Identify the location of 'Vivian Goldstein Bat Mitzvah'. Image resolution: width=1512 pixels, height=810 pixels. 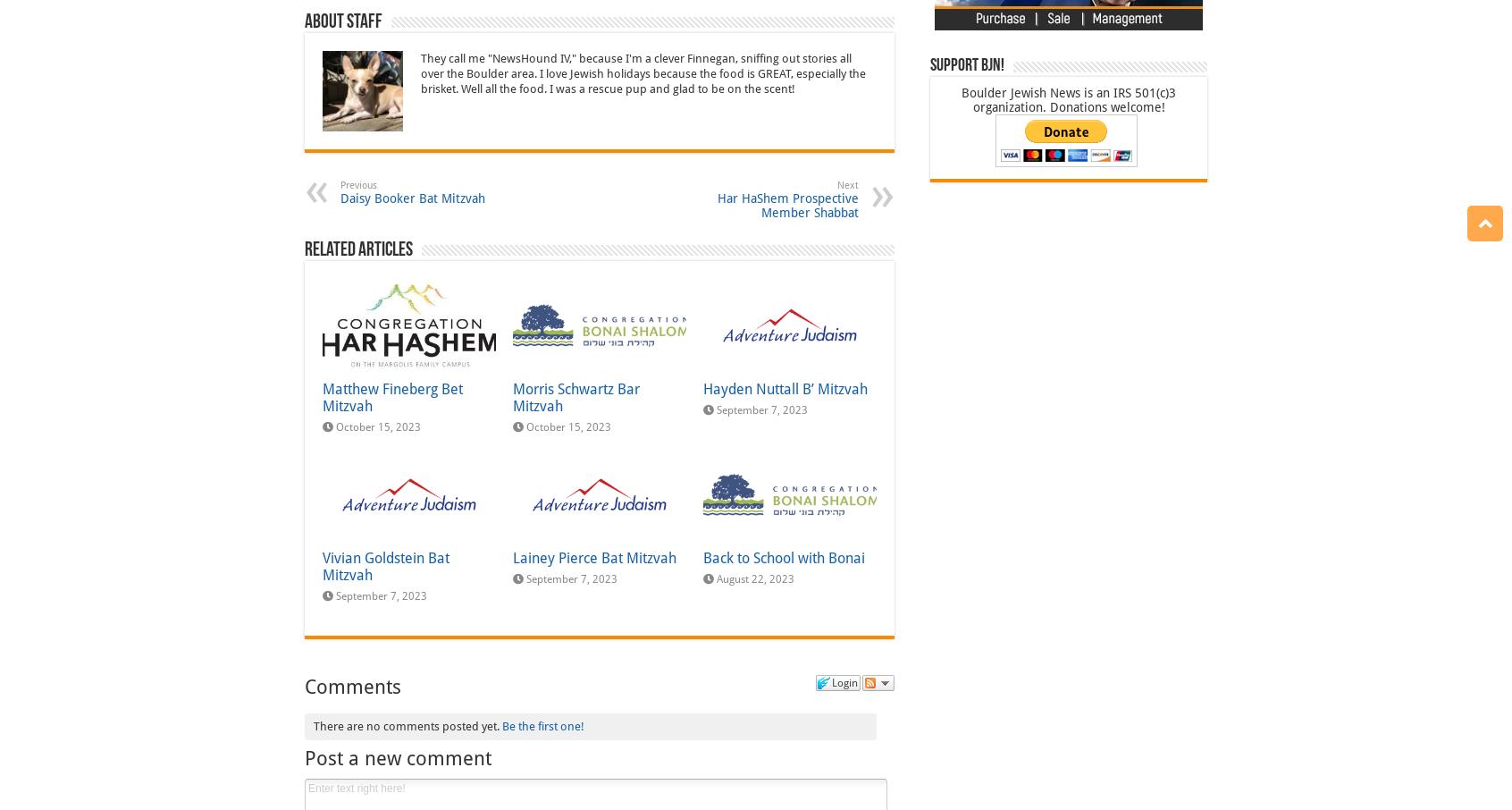
(384, 566).